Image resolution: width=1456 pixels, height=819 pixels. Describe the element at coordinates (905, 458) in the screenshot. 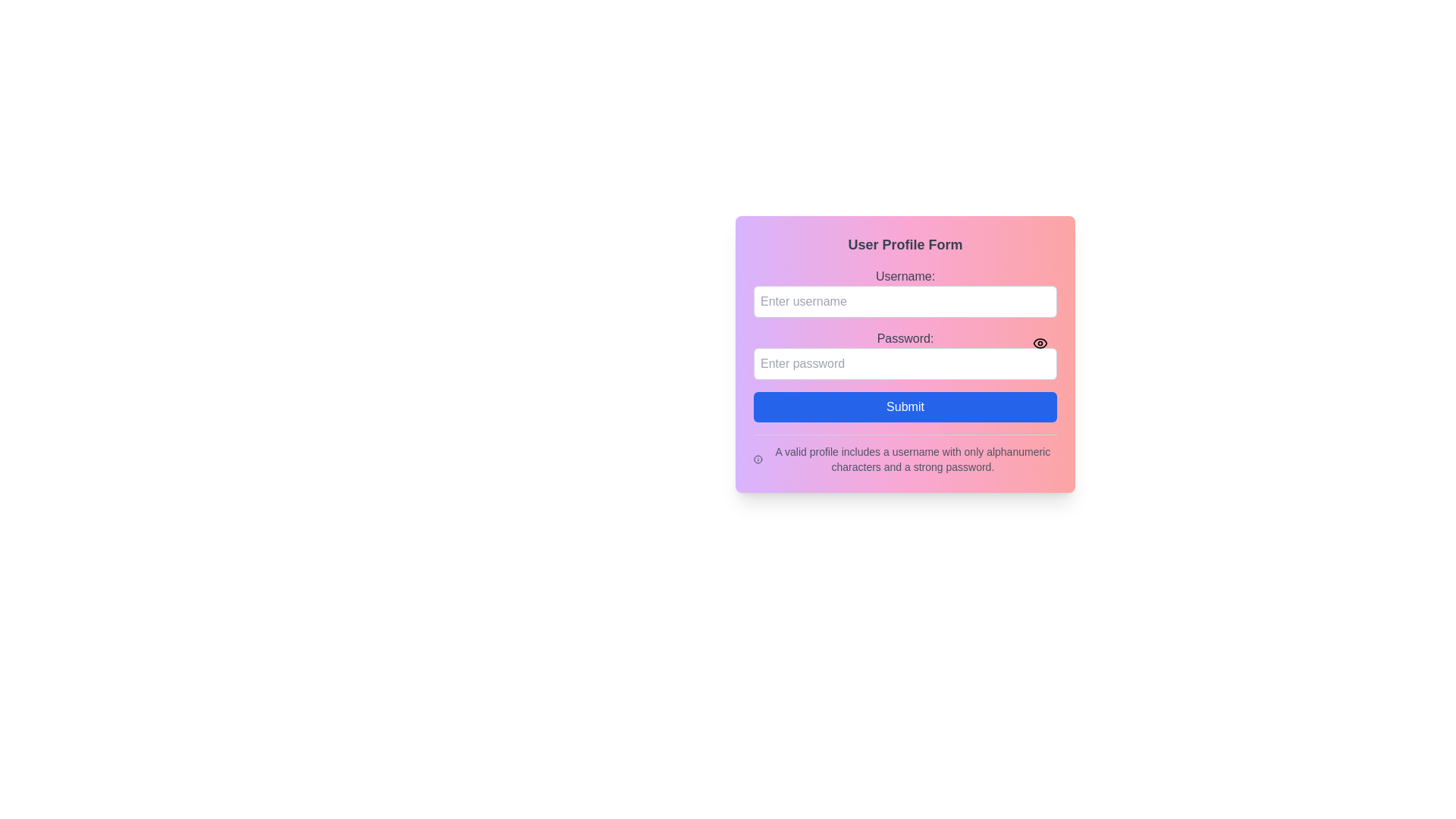

I see `informational message text block located below the 'Submit' button in the user profile form` at that location.